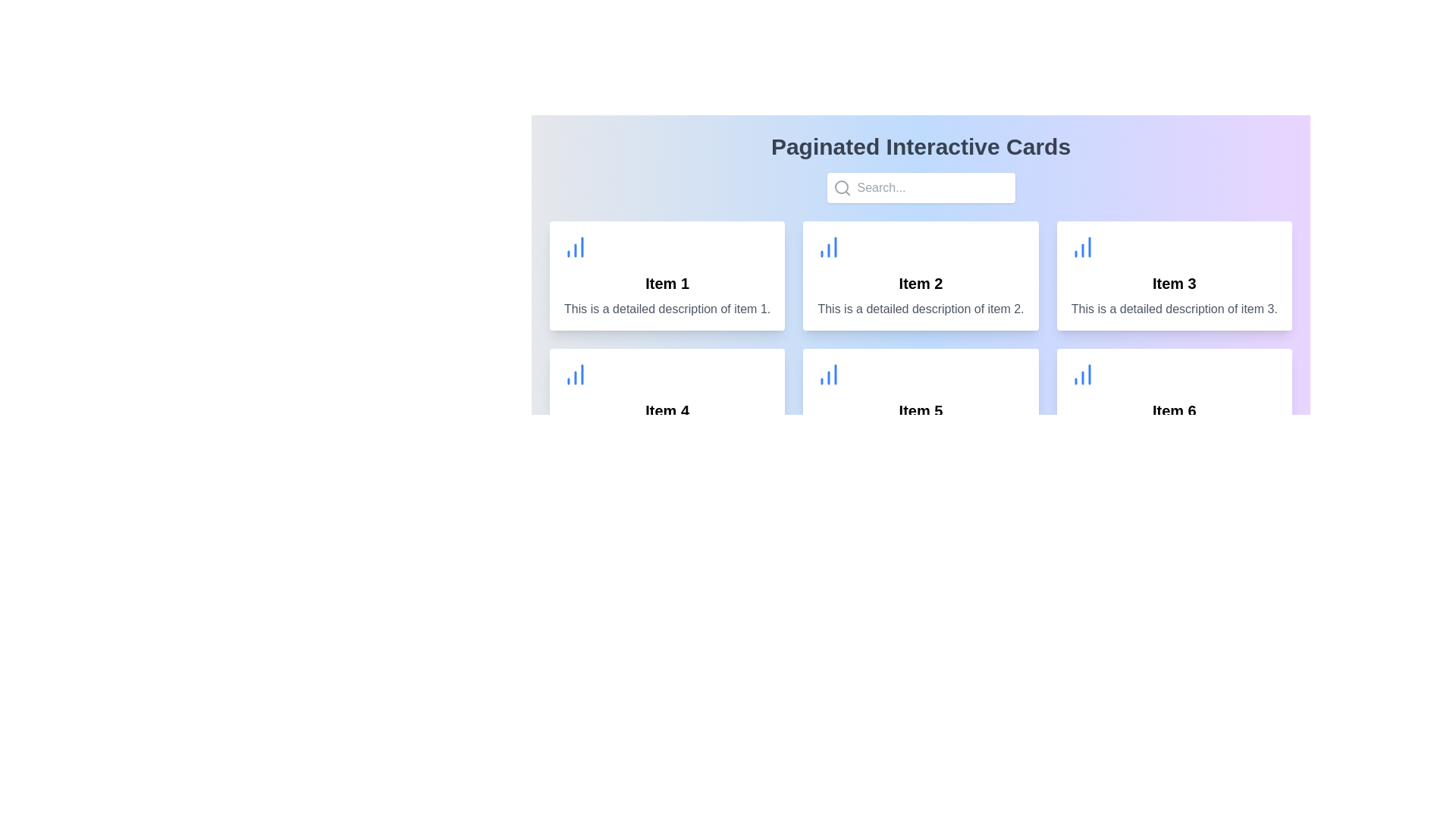  What do you see at coordinates (920, 309) in the screenshot?
I see `the text label that reads 'This is a detailed description of item 2.' which is styled in light gray and is located within the card titled 'Item 2'` at bounding box center [920, 309].